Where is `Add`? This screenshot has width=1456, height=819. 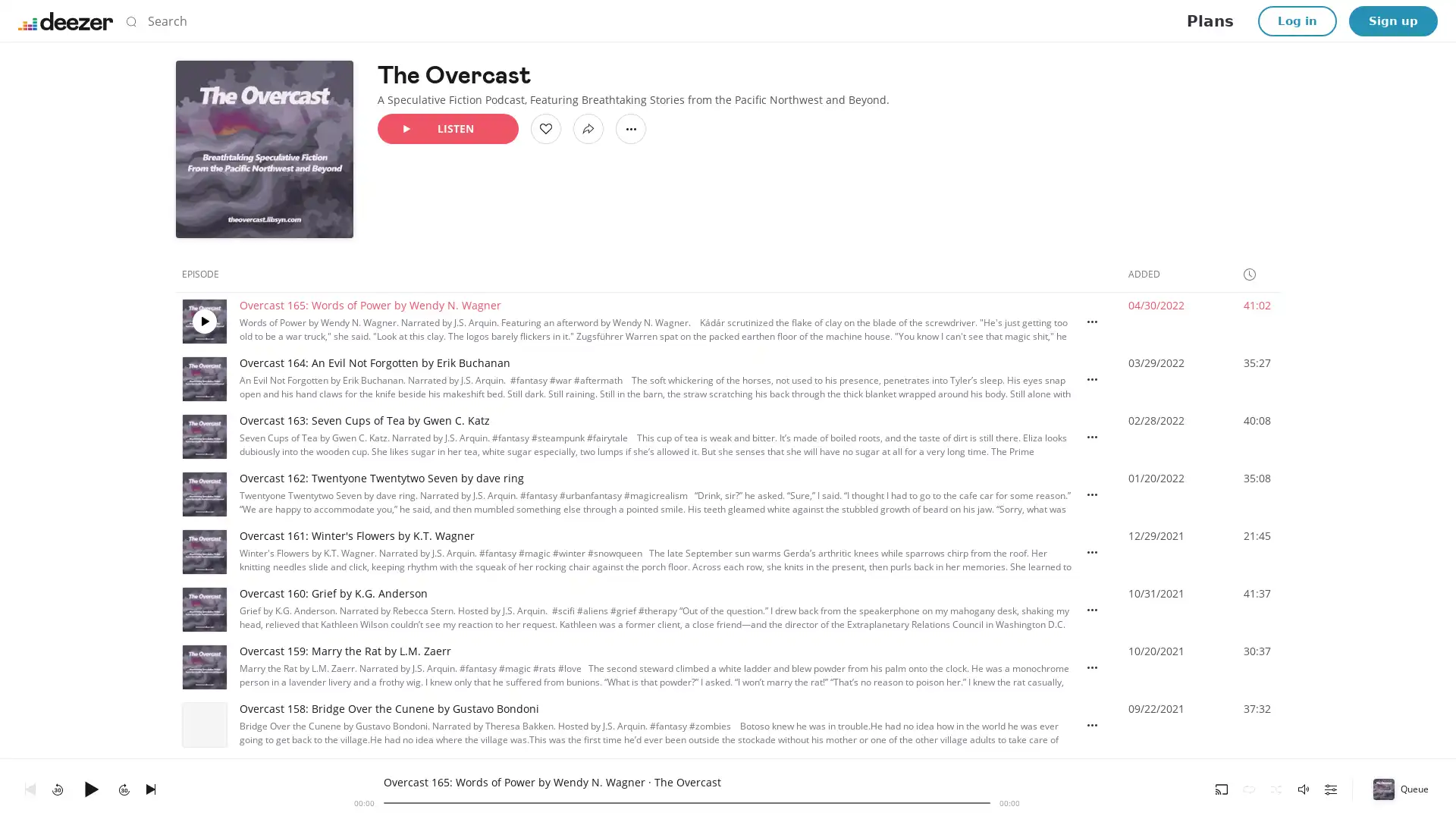
Add is located at coordinates (546, 127).